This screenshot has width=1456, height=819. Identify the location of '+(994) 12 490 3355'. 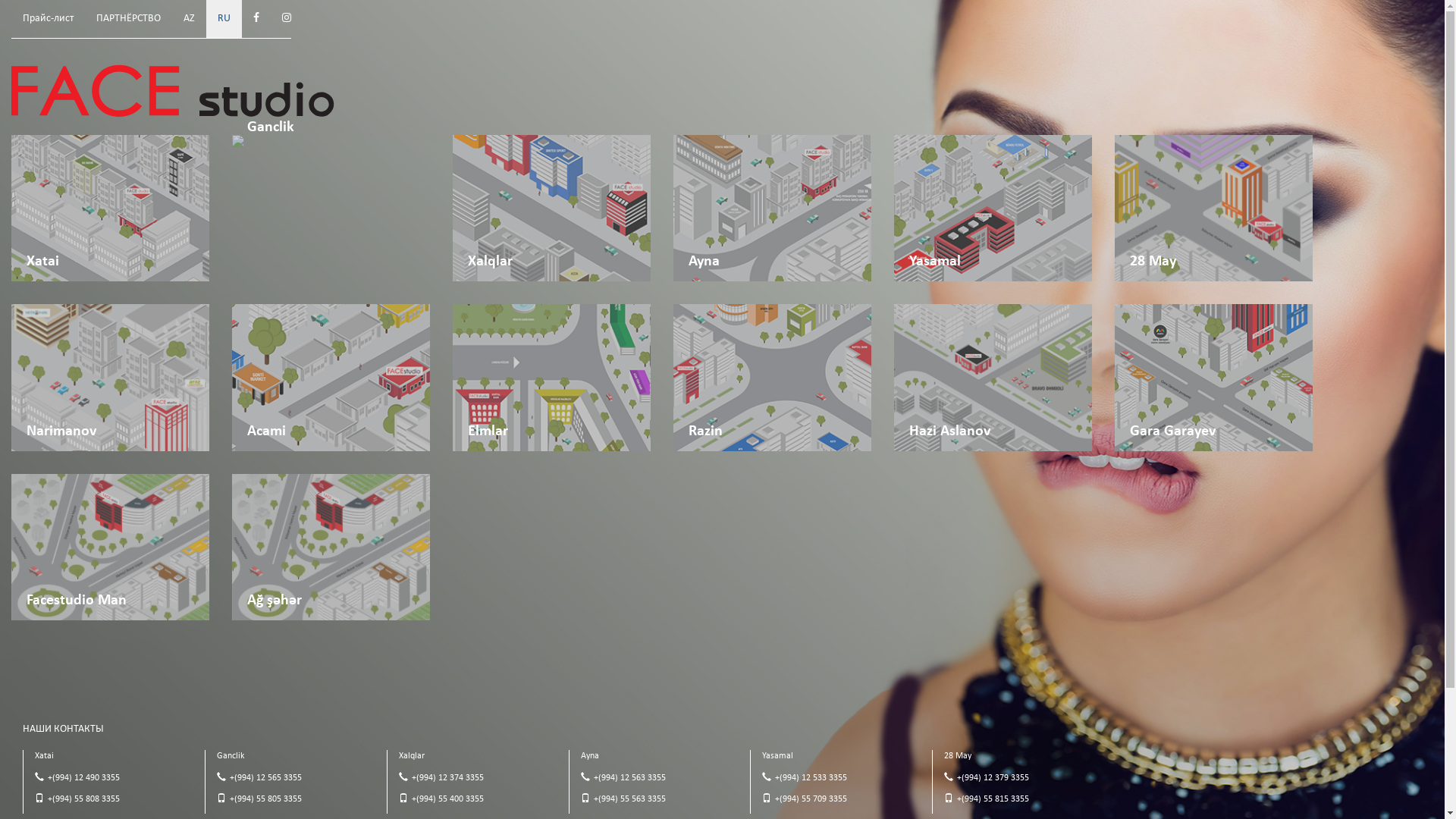
(83, 778).